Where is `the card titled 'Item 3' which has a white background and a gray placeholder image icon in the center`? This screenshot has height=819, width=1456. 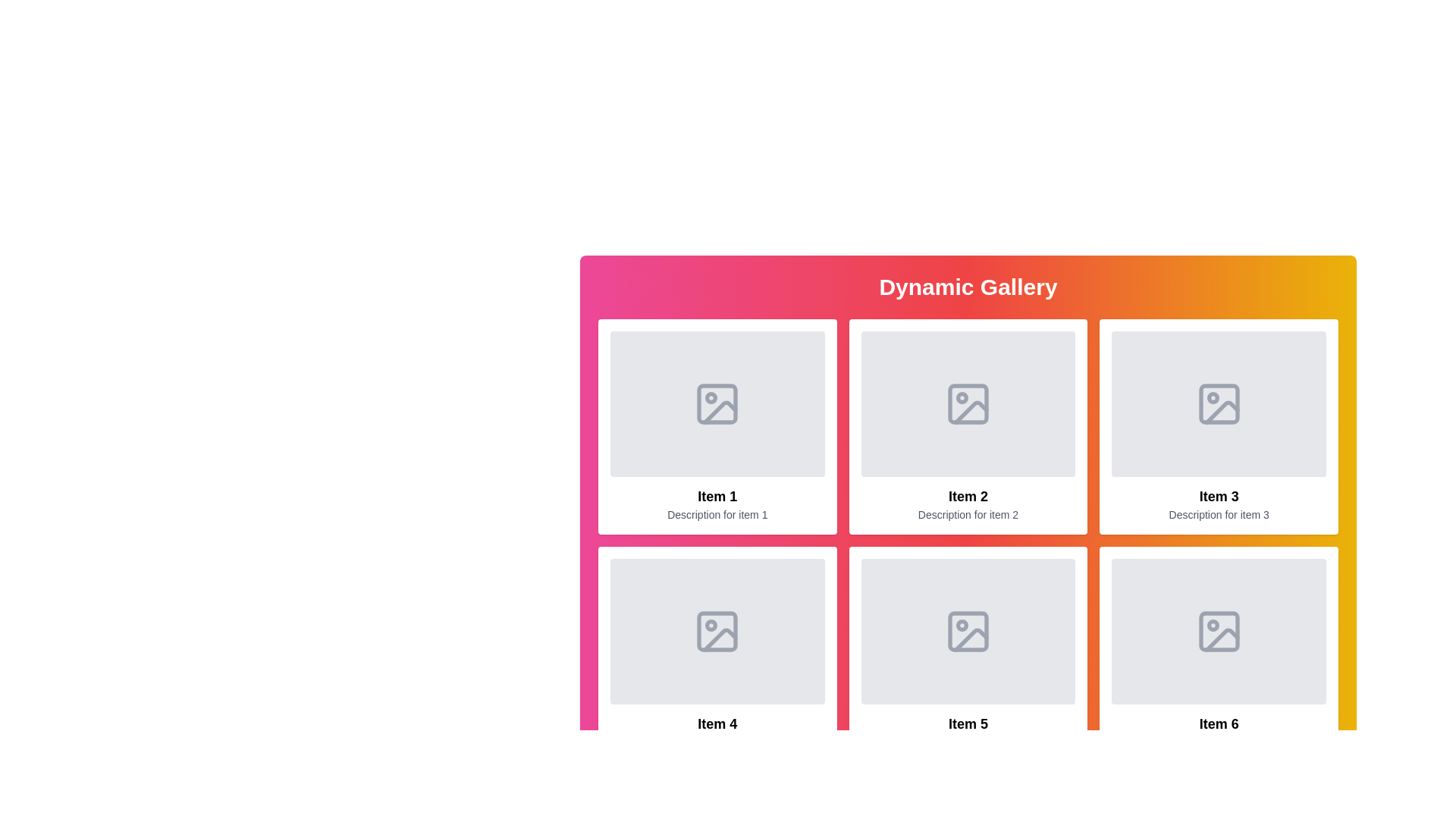 the card titled 'Item 3' which has a white background and a gray placeholder image icon in the center is located at coordinates (1219, 427).